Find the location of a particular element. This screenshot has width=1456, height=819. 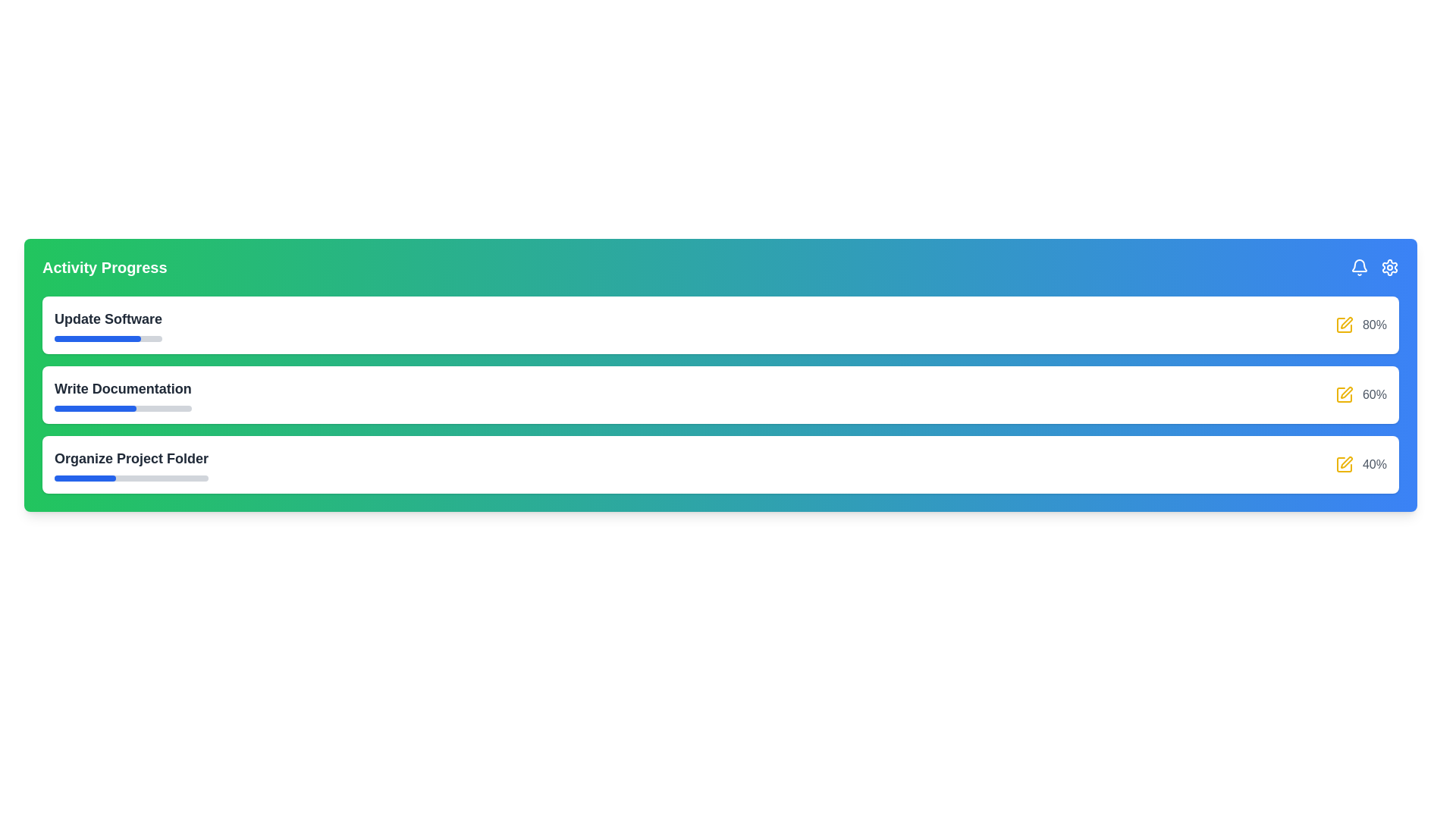

text label displaying 'Write Documentation' located in the center of the second task block in the vertical list of task progress items is located at coordinates (123, 388).